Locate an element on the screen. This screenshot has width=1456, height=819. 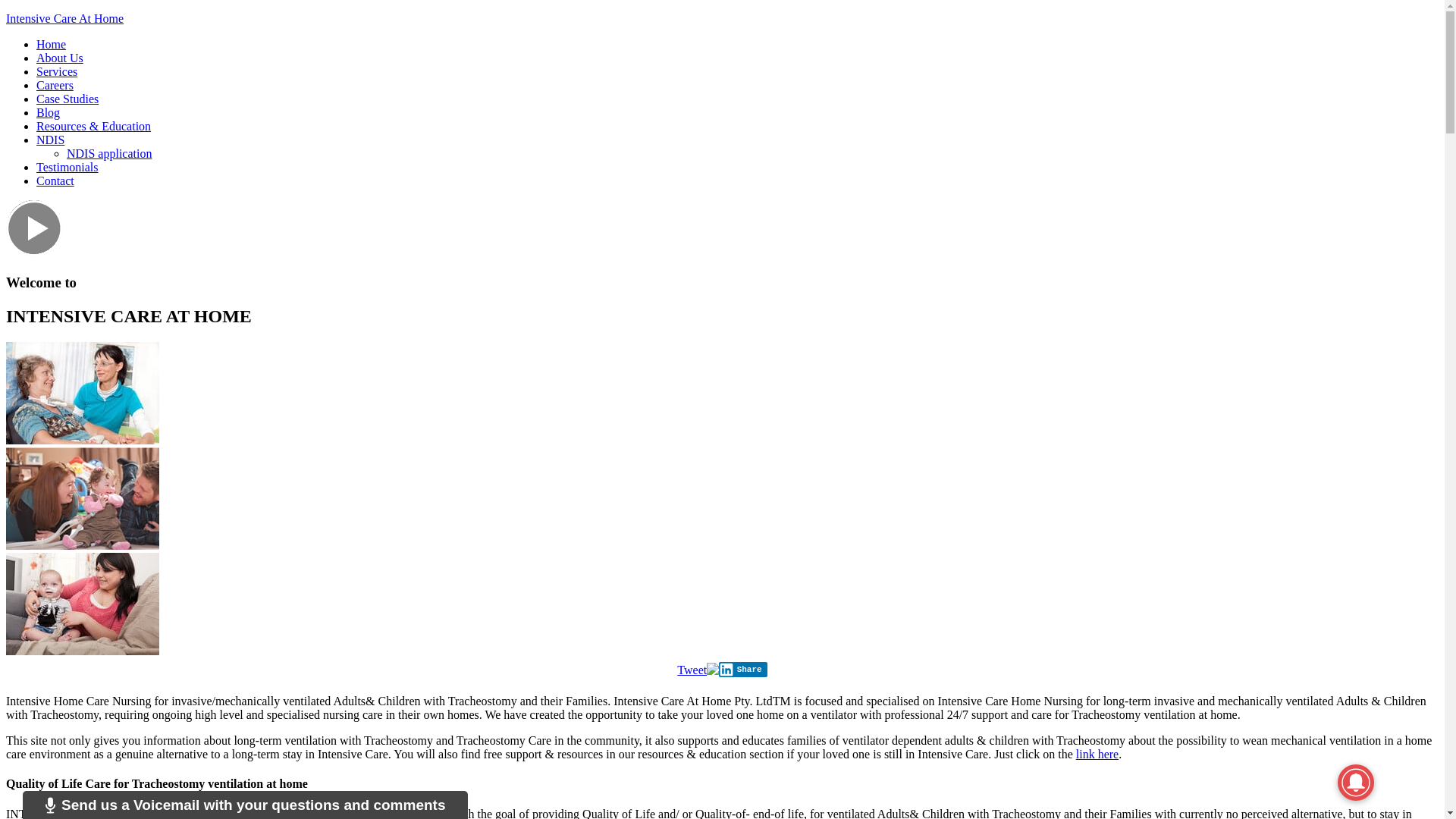
'Intensive Care at Home 03' is located at coordinates (82, 603).